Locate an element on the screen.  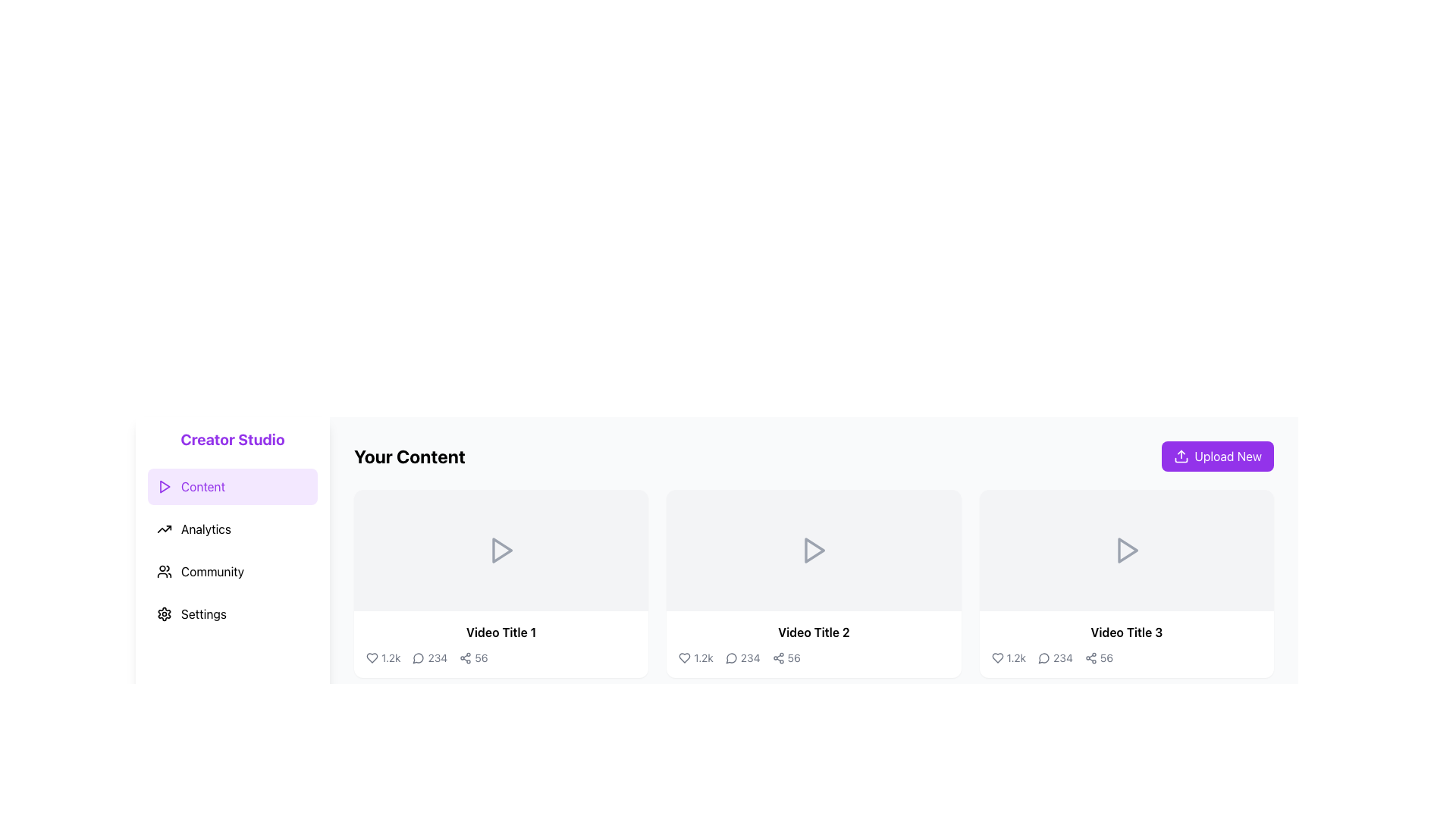
the Text element that displays the amount of comments associated with the video, located below the first video thumbnail in the 'Your Content' section is located at coordinates (429, 657).